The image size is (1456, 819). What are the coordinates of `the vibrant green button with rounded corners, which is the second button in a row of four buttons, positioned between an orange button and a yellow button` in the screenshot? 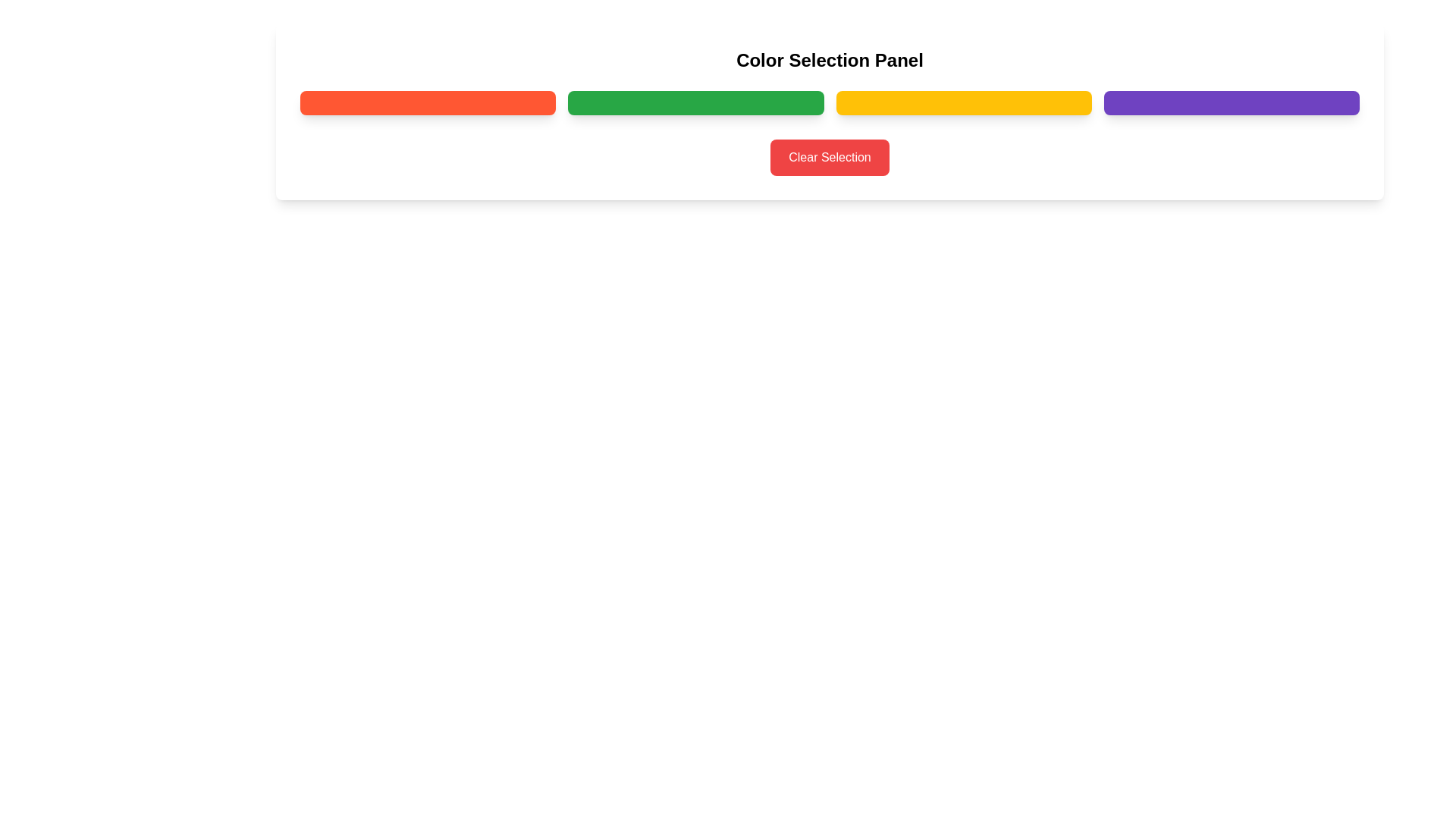 It's located at (695, 102).